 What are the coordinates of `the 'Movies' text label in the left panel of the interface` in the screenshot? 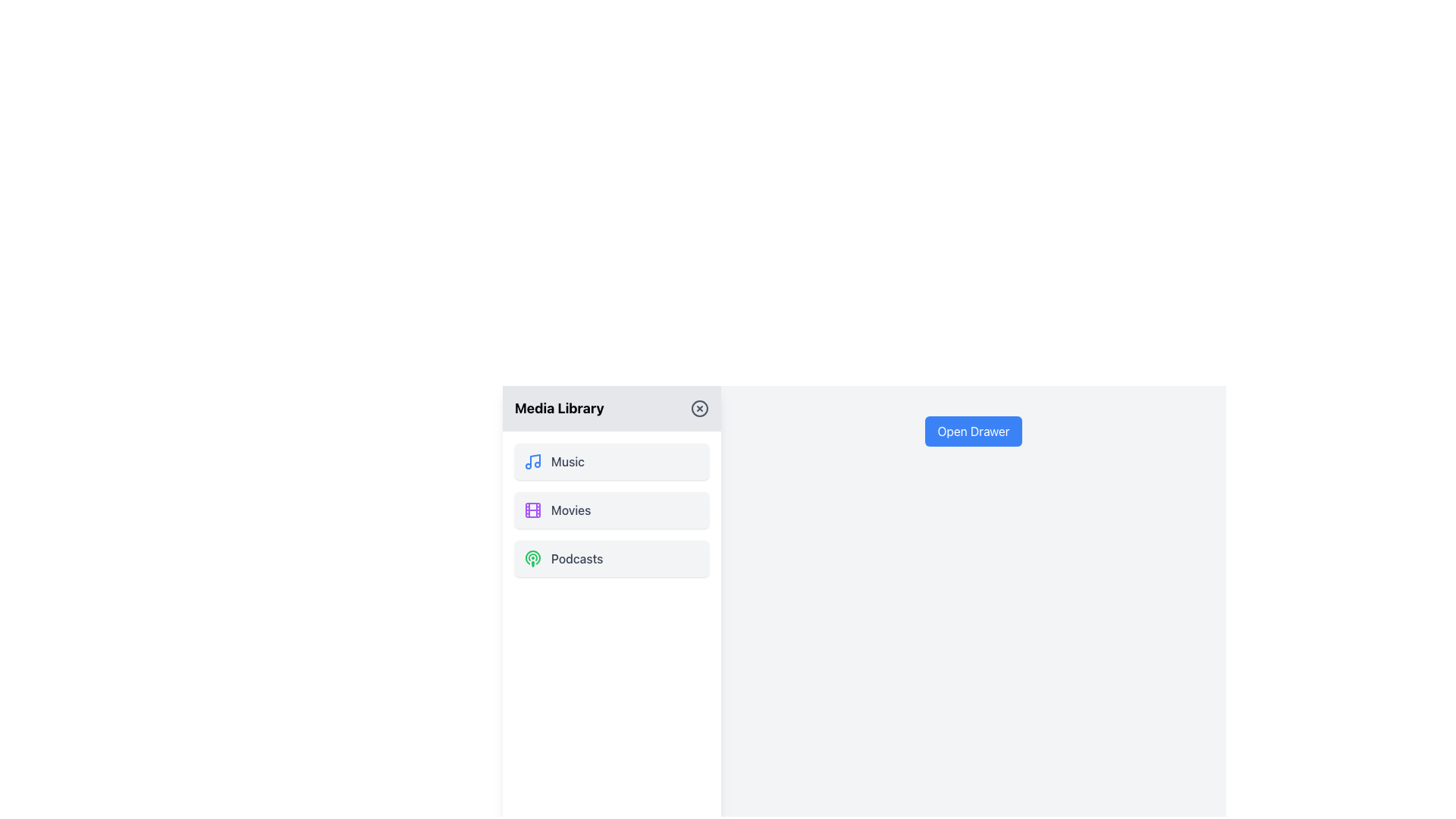 It's located at (570, 510).